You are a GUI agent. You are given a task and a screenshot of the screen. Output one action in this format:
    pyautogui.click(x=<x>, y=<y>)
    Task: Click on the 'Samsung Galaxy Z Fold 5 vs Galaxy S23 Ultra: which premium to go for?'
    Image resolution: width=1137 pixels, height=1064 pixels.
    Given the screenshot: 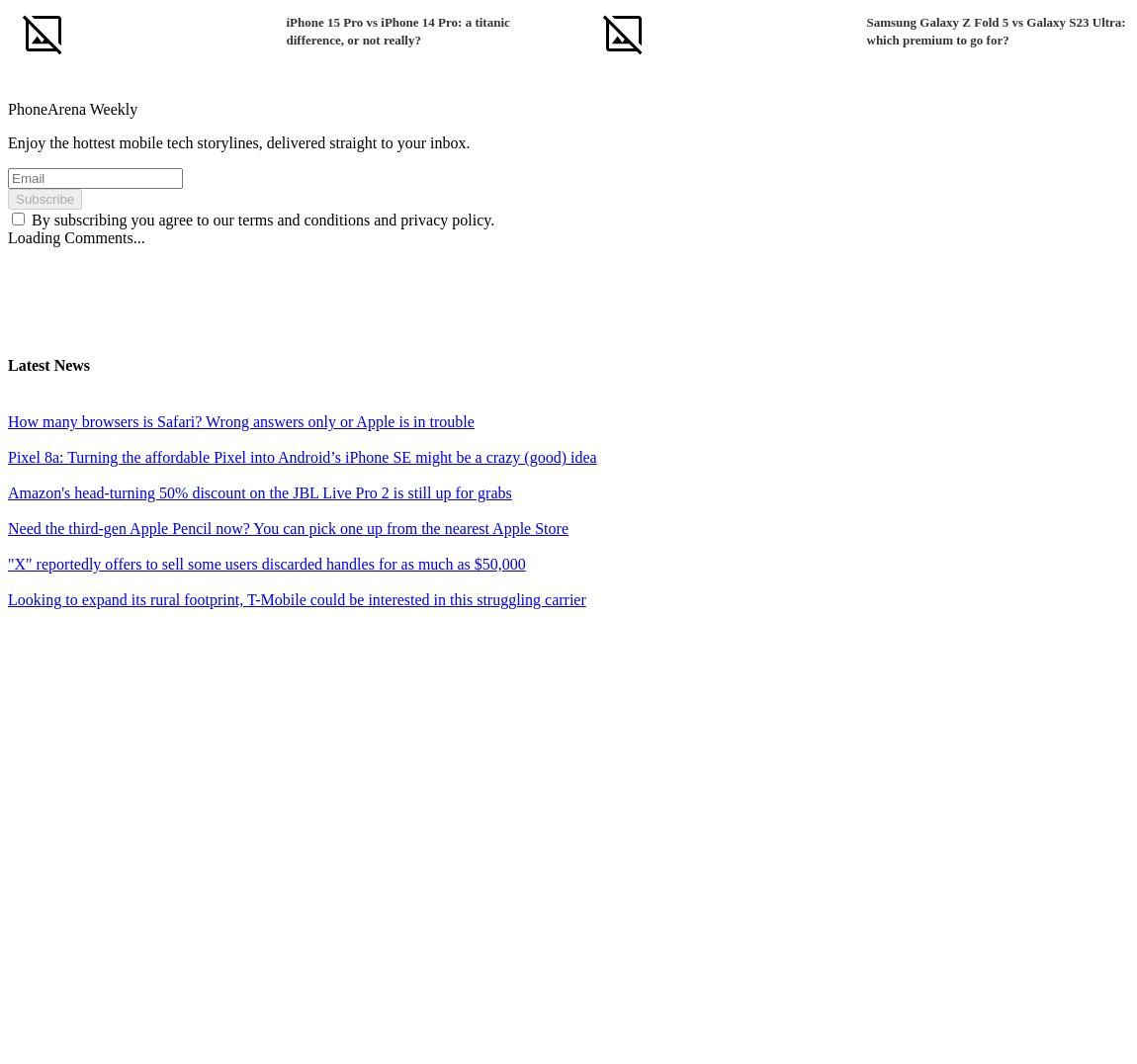 What is the action you would take?
    pyautogui.click(x=996, y=29)
    